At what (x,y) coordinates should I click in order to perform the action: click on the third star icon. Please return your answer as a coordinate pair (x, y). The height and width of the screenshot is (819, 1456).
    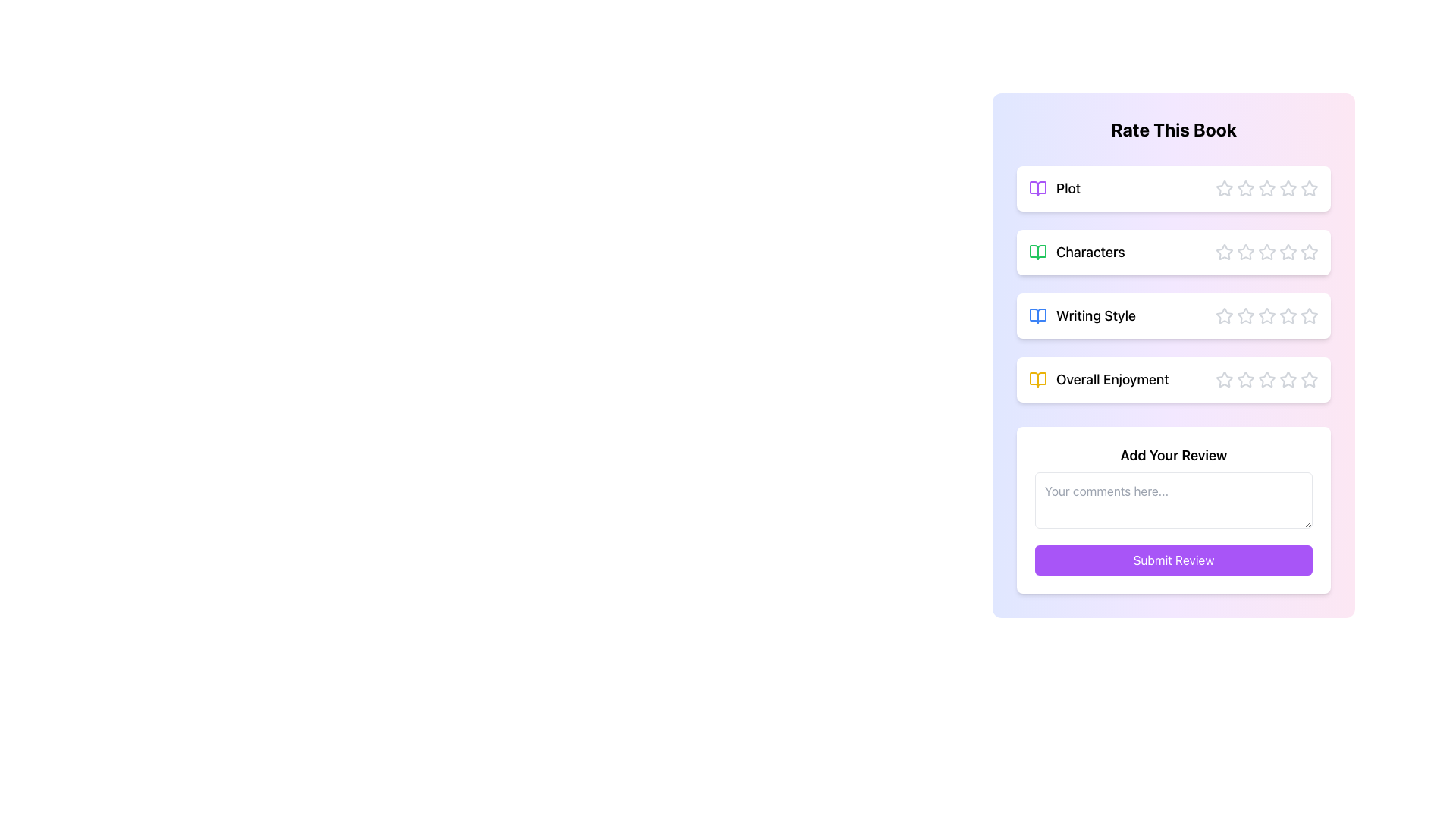
    Looking at the image, I should click on (1308, 315).